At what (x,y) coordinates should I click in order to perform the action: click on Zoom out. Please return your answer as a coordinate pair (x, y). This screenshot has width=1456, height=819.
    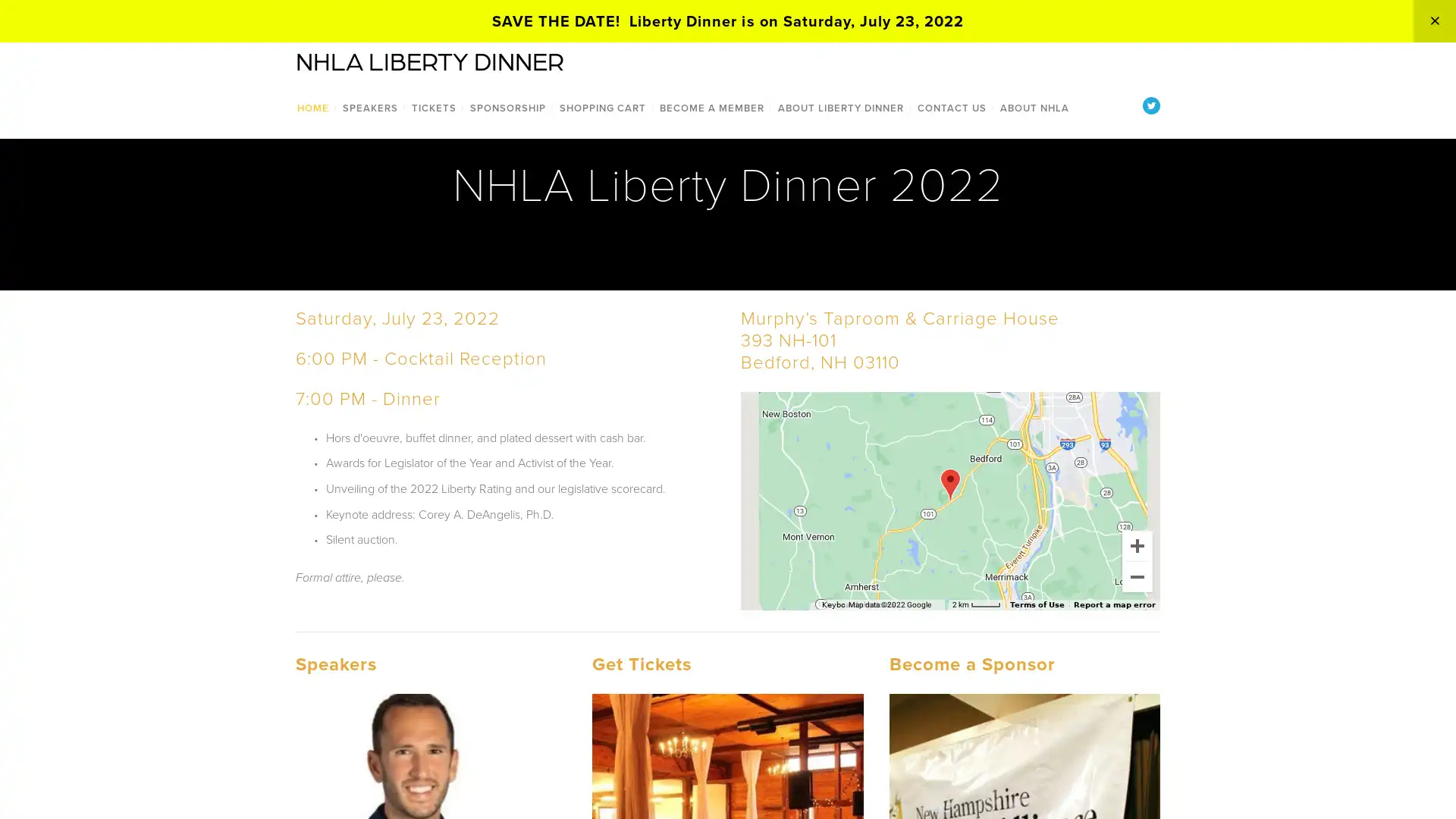
    Looking at the image, I should click on (1137, 576).